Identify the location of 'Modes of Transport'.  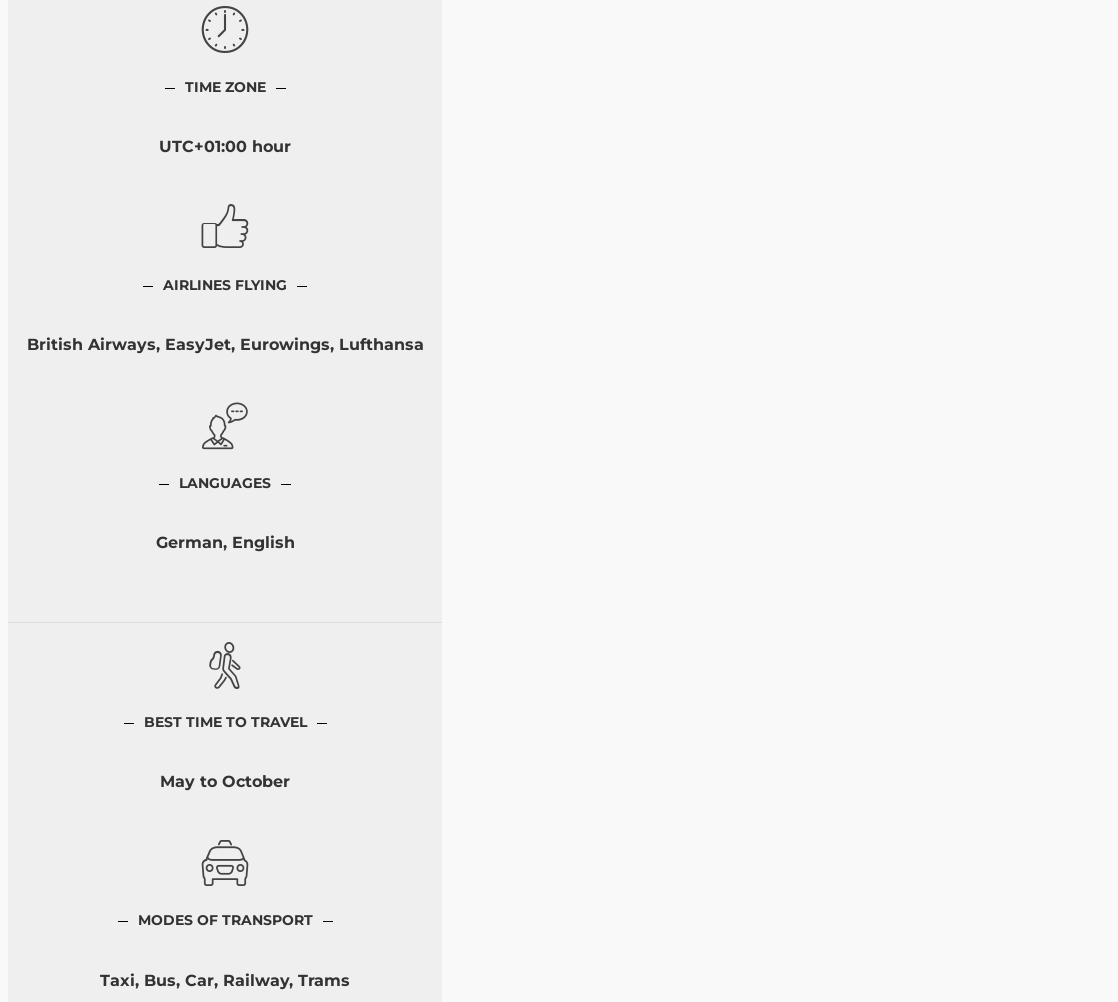
(224, 919).